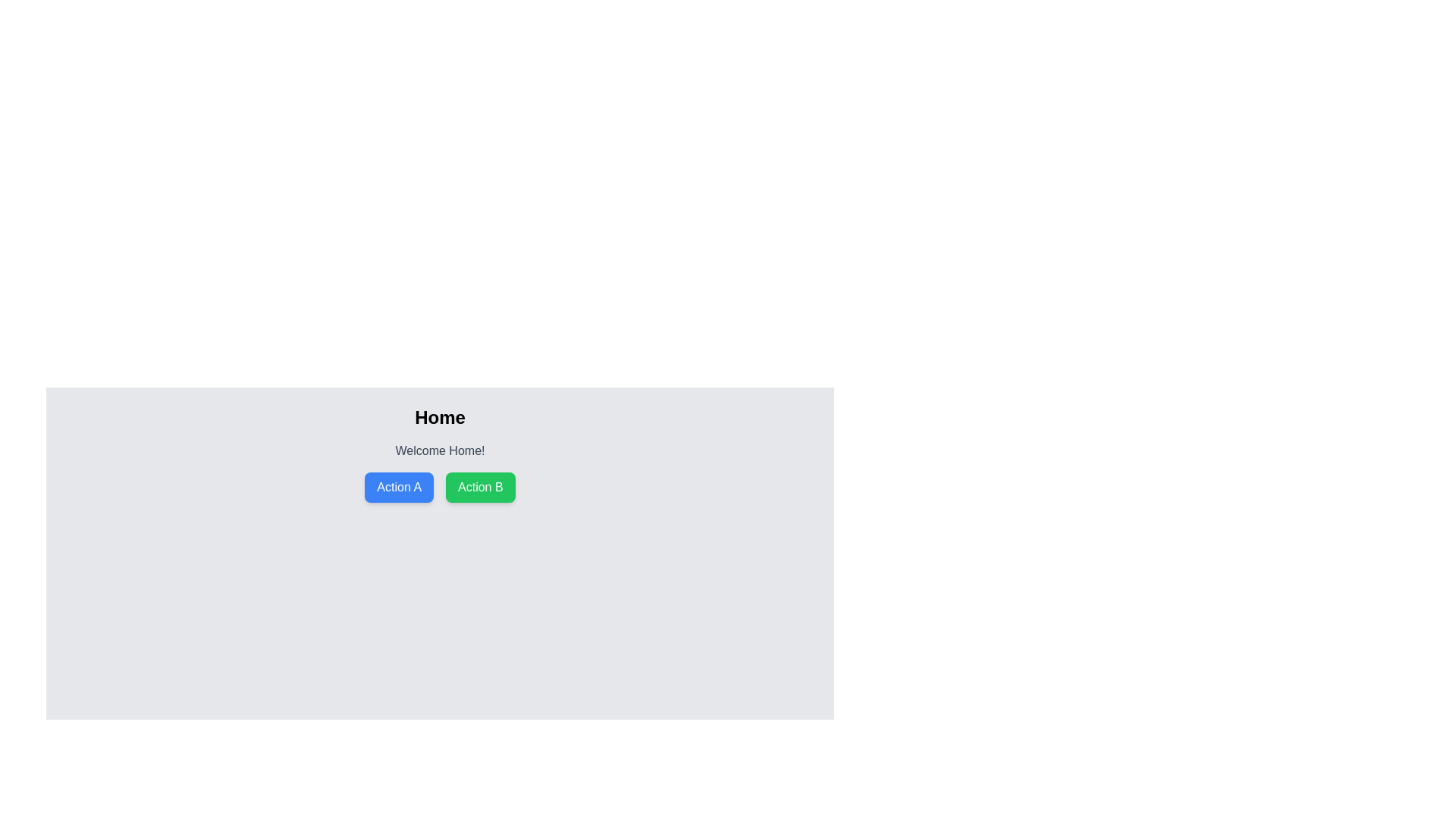  What do you see at coordinates (479, 488) in the screenshot?
I see `the green rectangular button labeled 'Action B'` at bounding box center [479, 488].